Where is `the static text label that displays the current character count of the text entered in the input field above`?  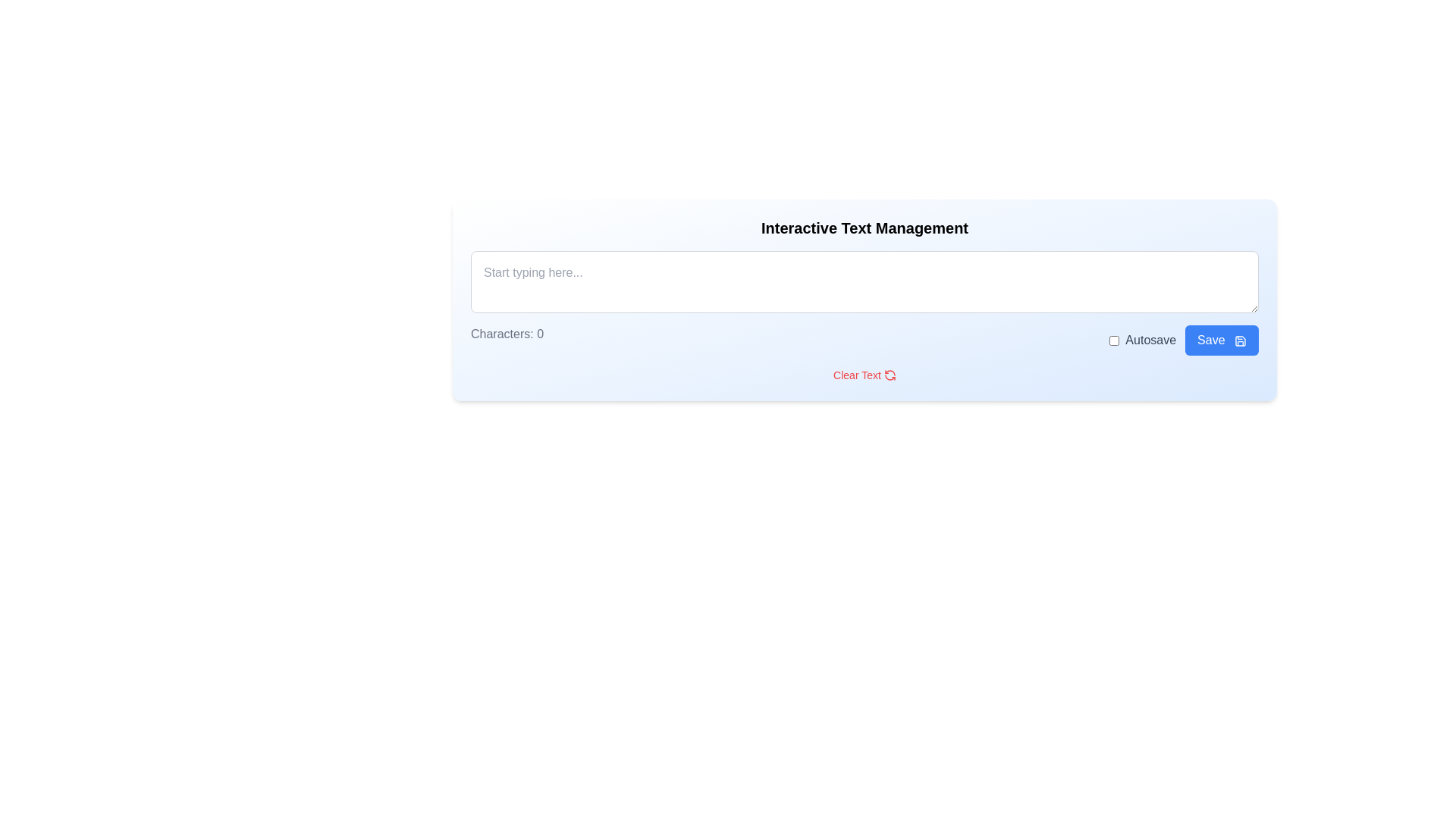
the static text label that displays the current character count of the text entered in the input field above is located at coordinates (507, 339).